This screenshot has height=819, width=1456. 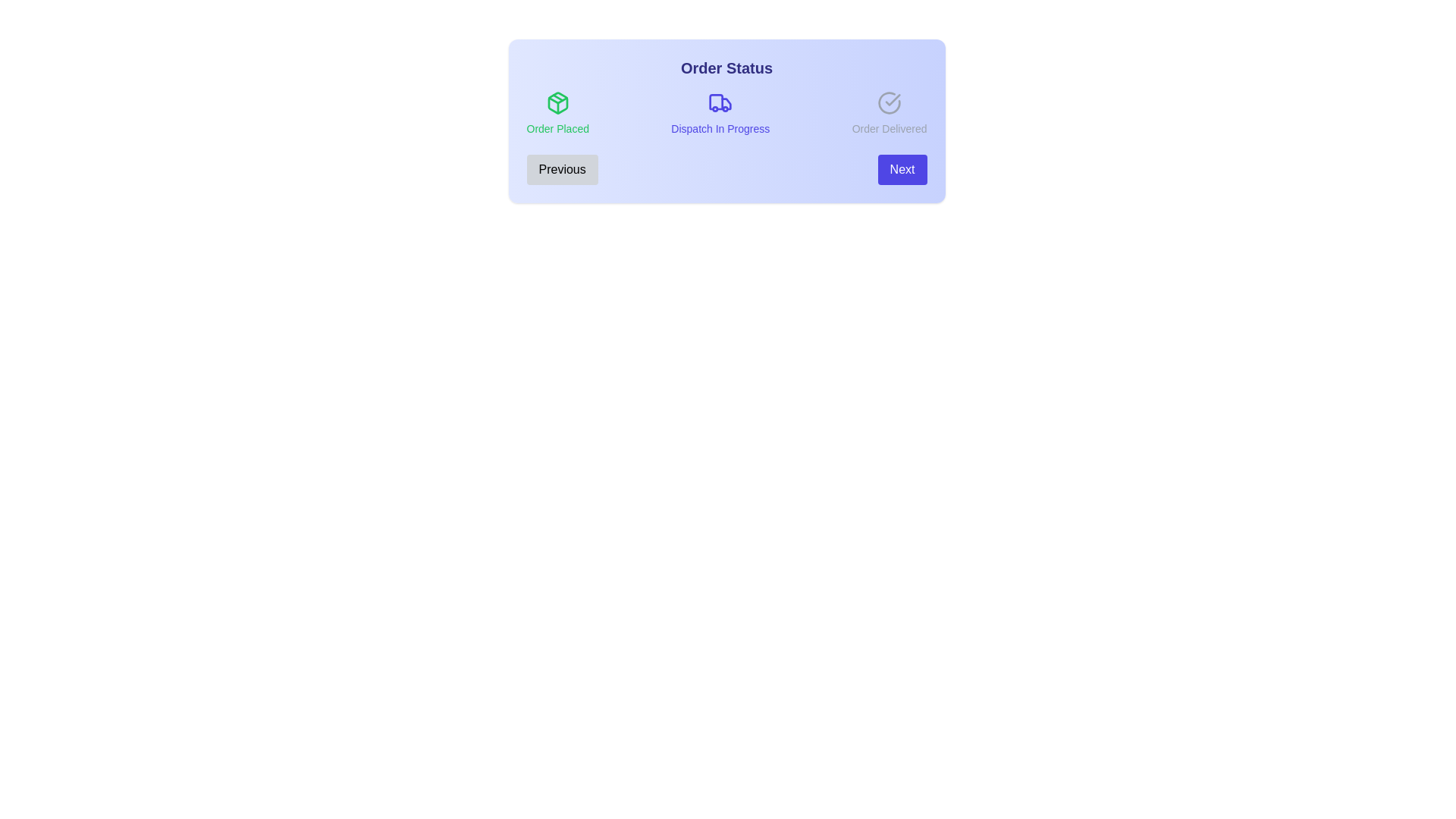 I want to click on displayed information from the Progress Tracker, which is centrally located and indicates the current stage of an order with a highlighted middle section, so click(x=726, y=120).